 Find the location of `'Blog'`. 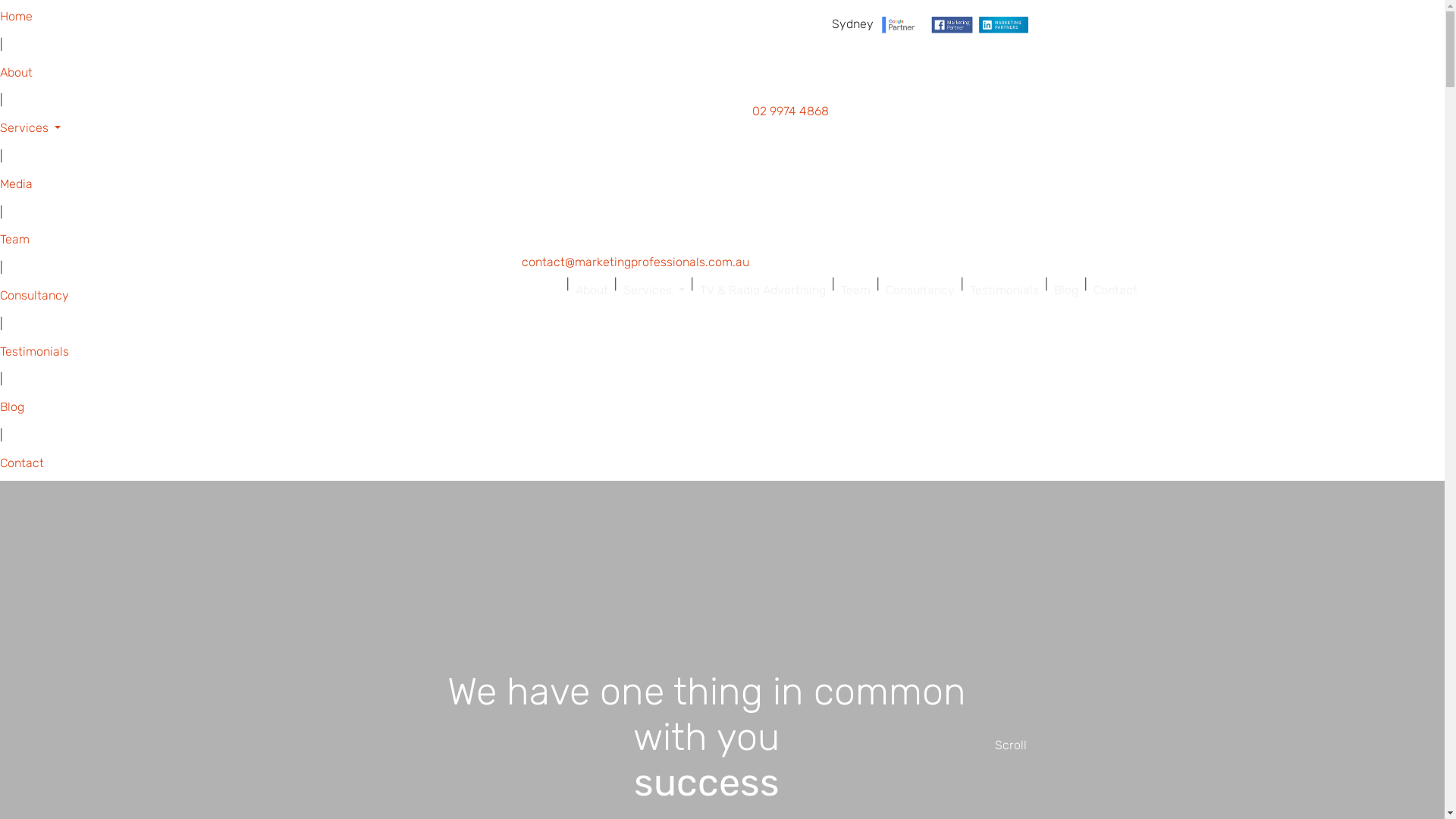

'Blog' is located at coordinates (1065, 290).